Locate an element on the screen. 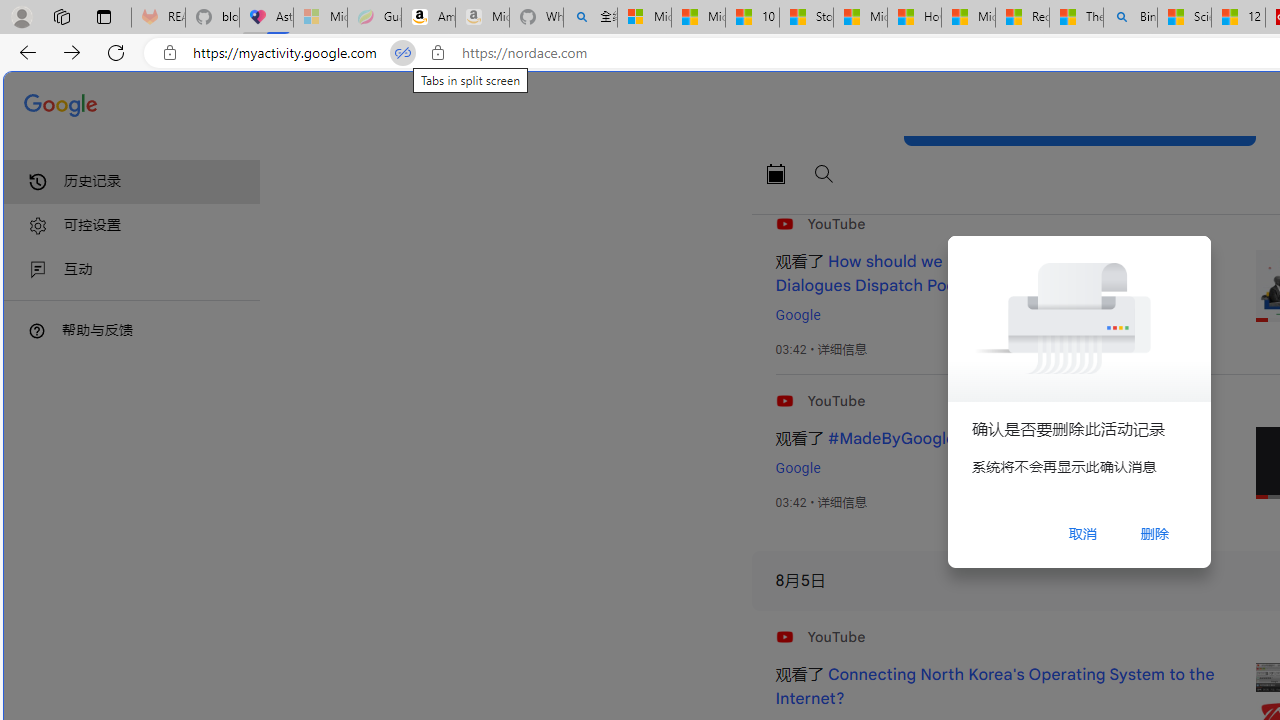 This screenshot has height=720, width=1280. 'Connecting North Korea' is located at coordinates (994, 686).